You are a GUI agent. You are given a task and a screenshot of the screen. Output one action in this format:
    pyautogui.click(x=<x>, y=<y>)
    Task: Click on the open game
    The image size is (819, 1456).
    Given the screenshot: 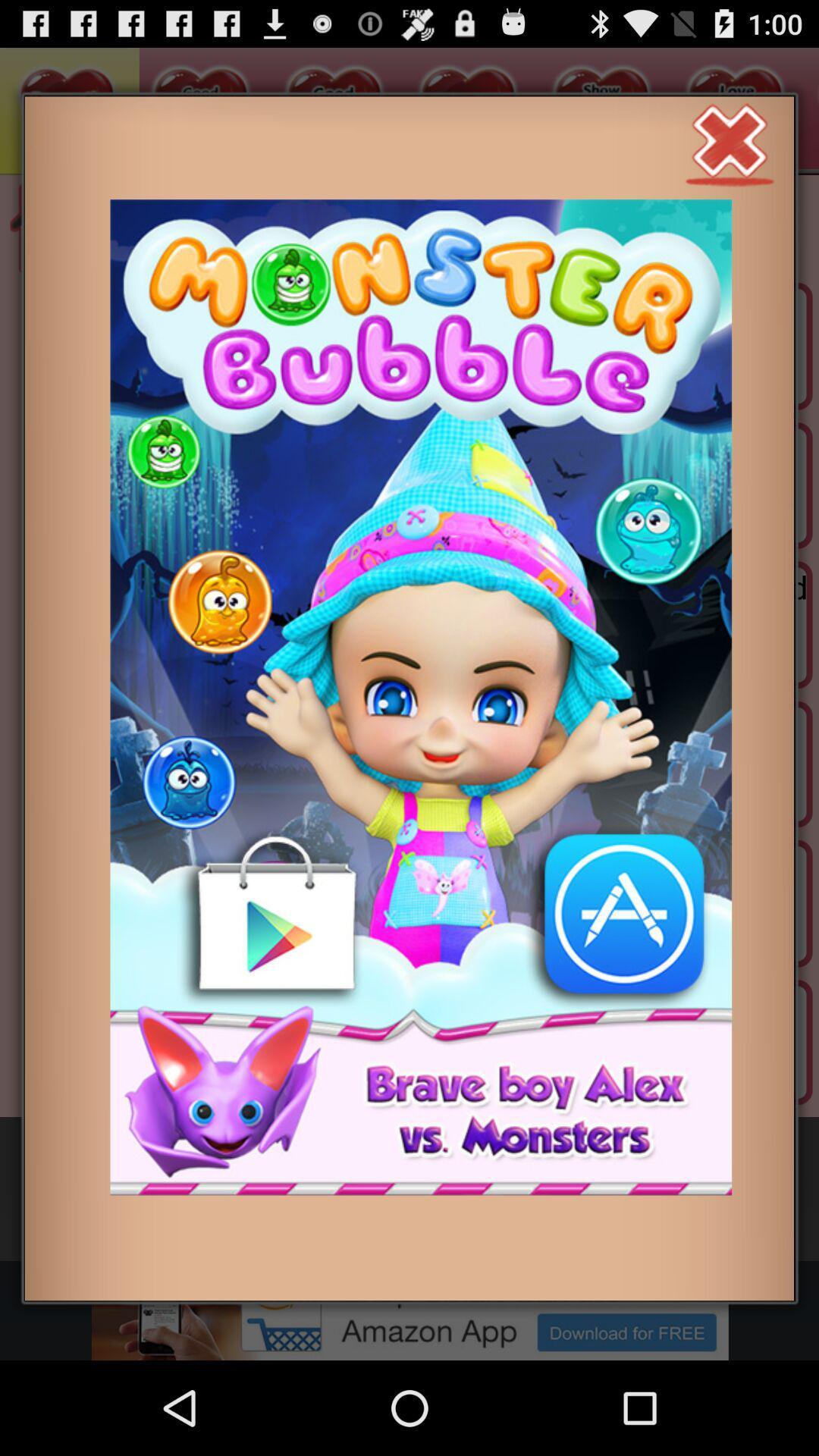 What is the action you would take?
    pyautogui.click(x=421, y=696)
    